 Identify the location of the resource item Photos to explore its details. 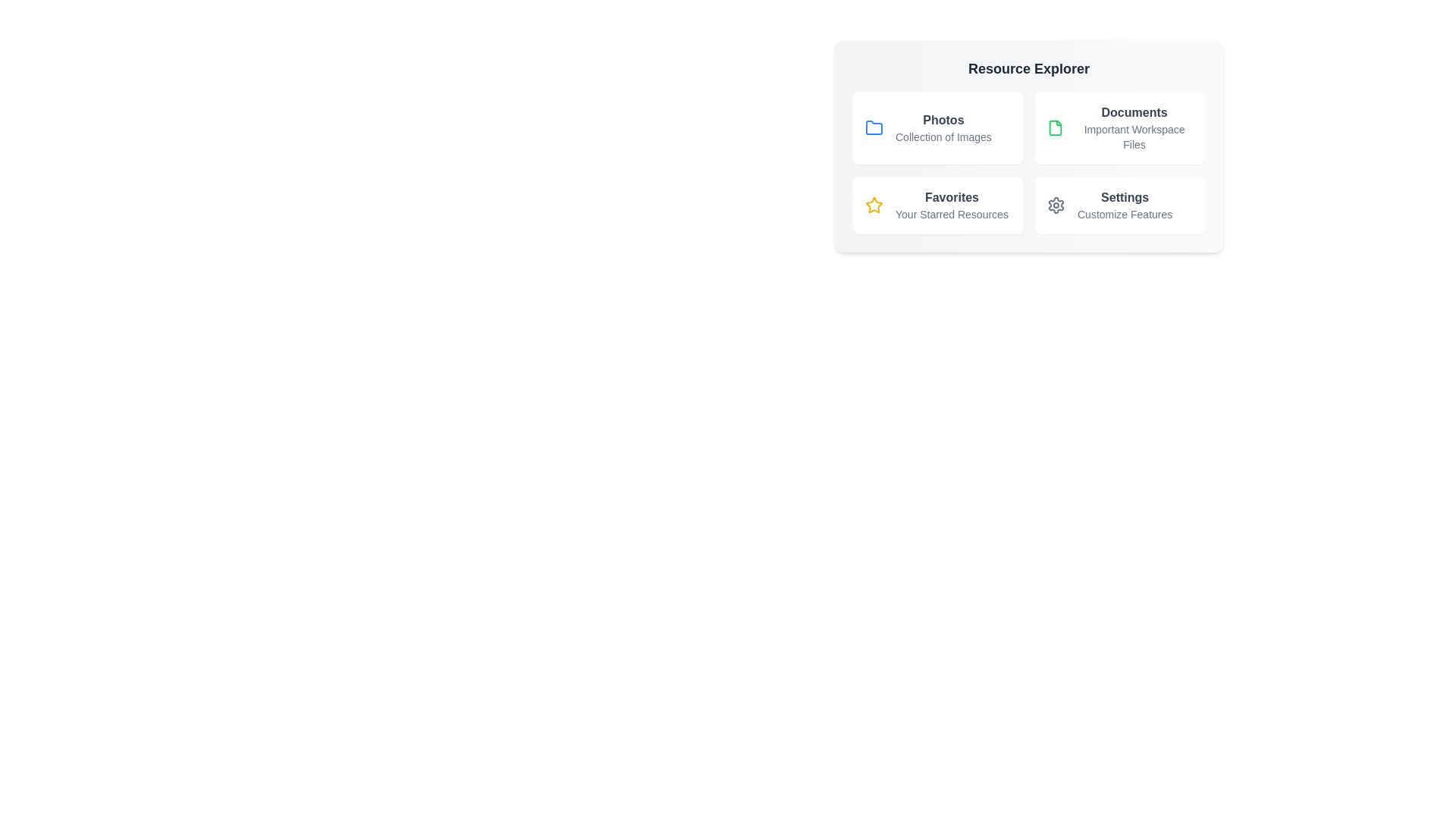
(937, 127).